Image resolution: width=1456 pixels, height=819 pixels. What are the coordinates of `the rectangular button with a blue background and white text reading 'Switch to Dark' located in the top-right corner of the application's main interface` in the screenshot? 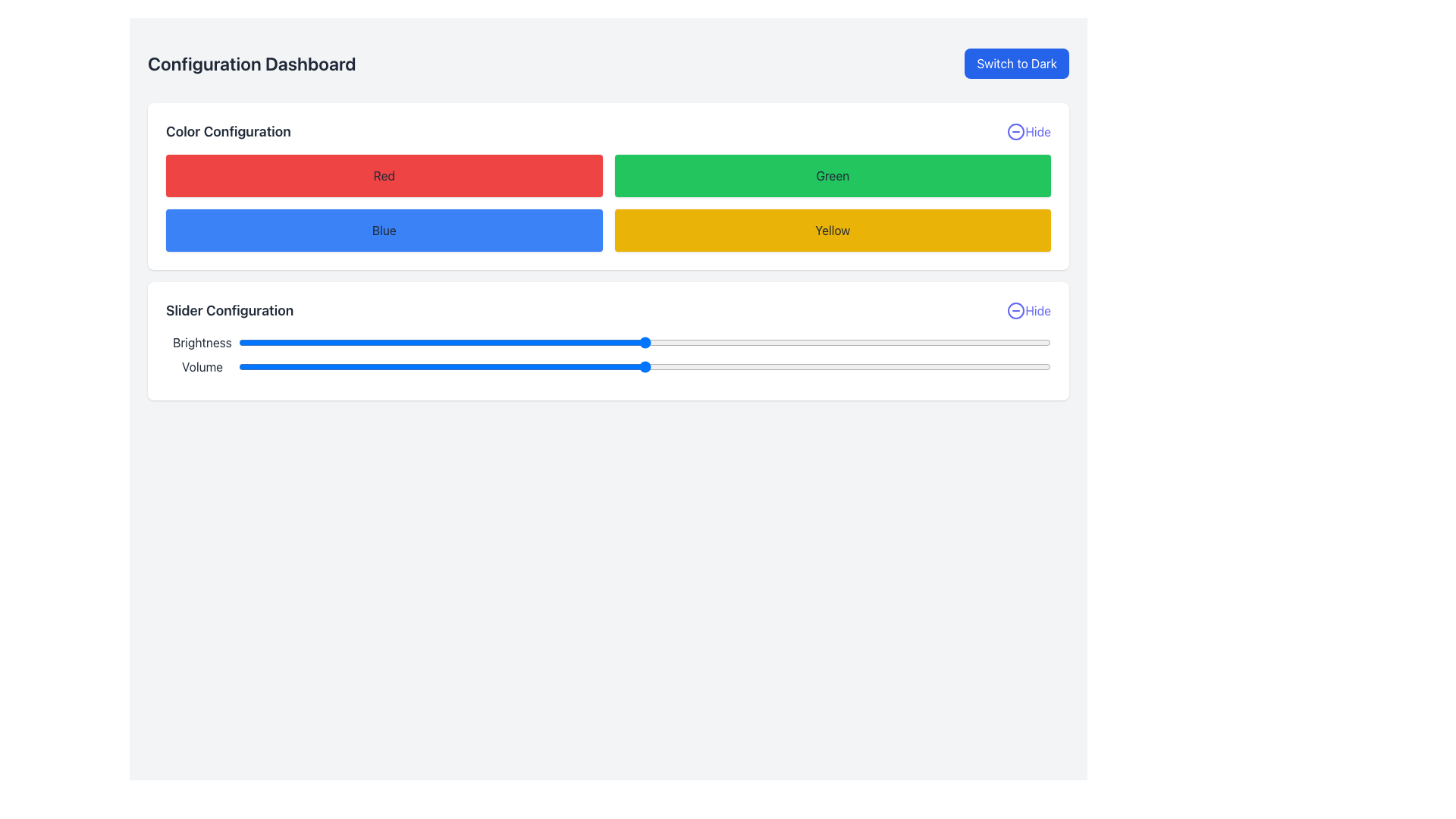 It's located at (1017, 63).